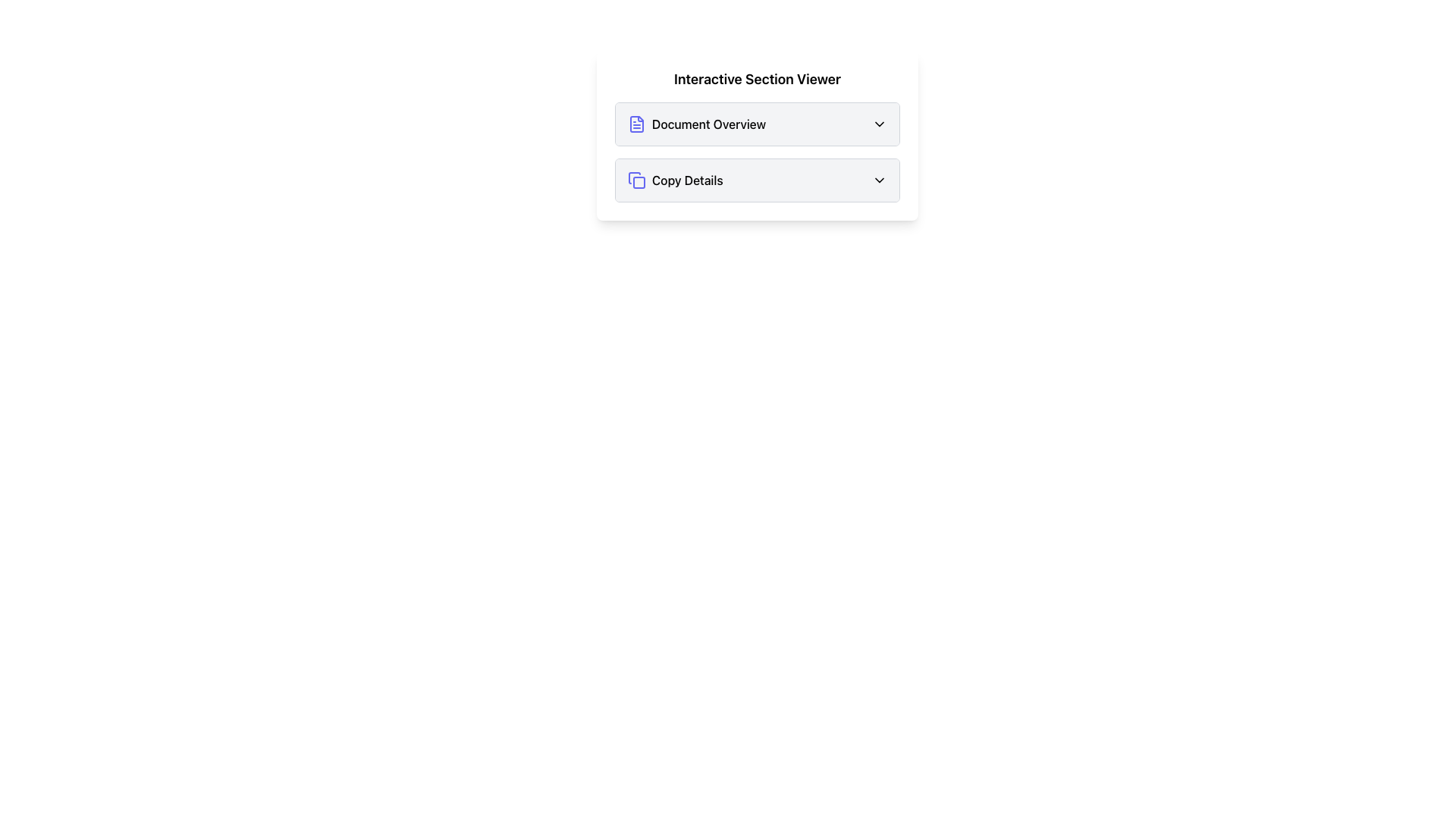  I want to click on the blue outlined square-shaped copy icon located to the left of the 'Copy Details' text in the interactive section viewer, so click(637, 180).